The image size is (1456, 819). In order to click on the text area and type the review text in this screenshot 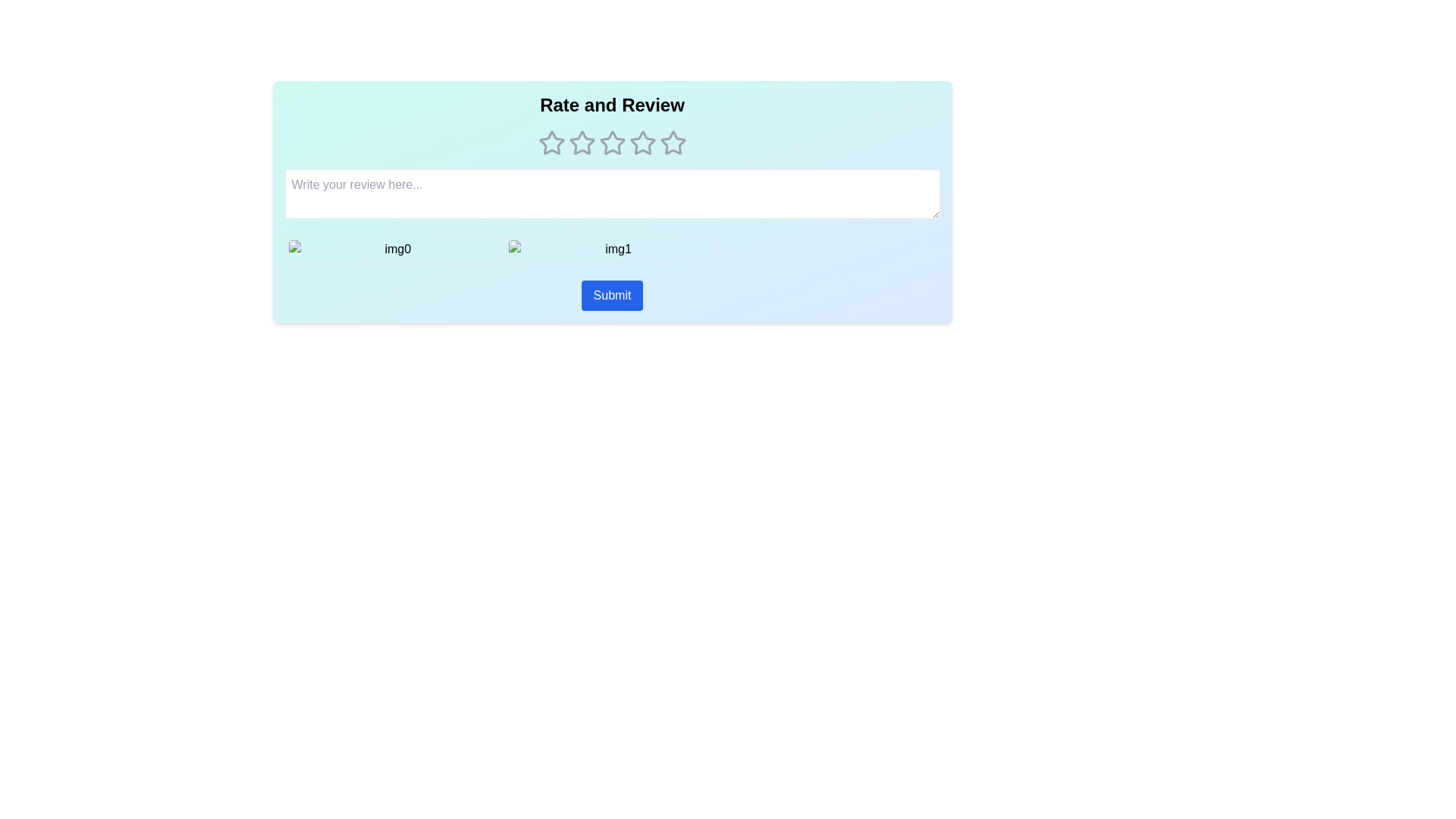, I will do `click(612, 193)`.